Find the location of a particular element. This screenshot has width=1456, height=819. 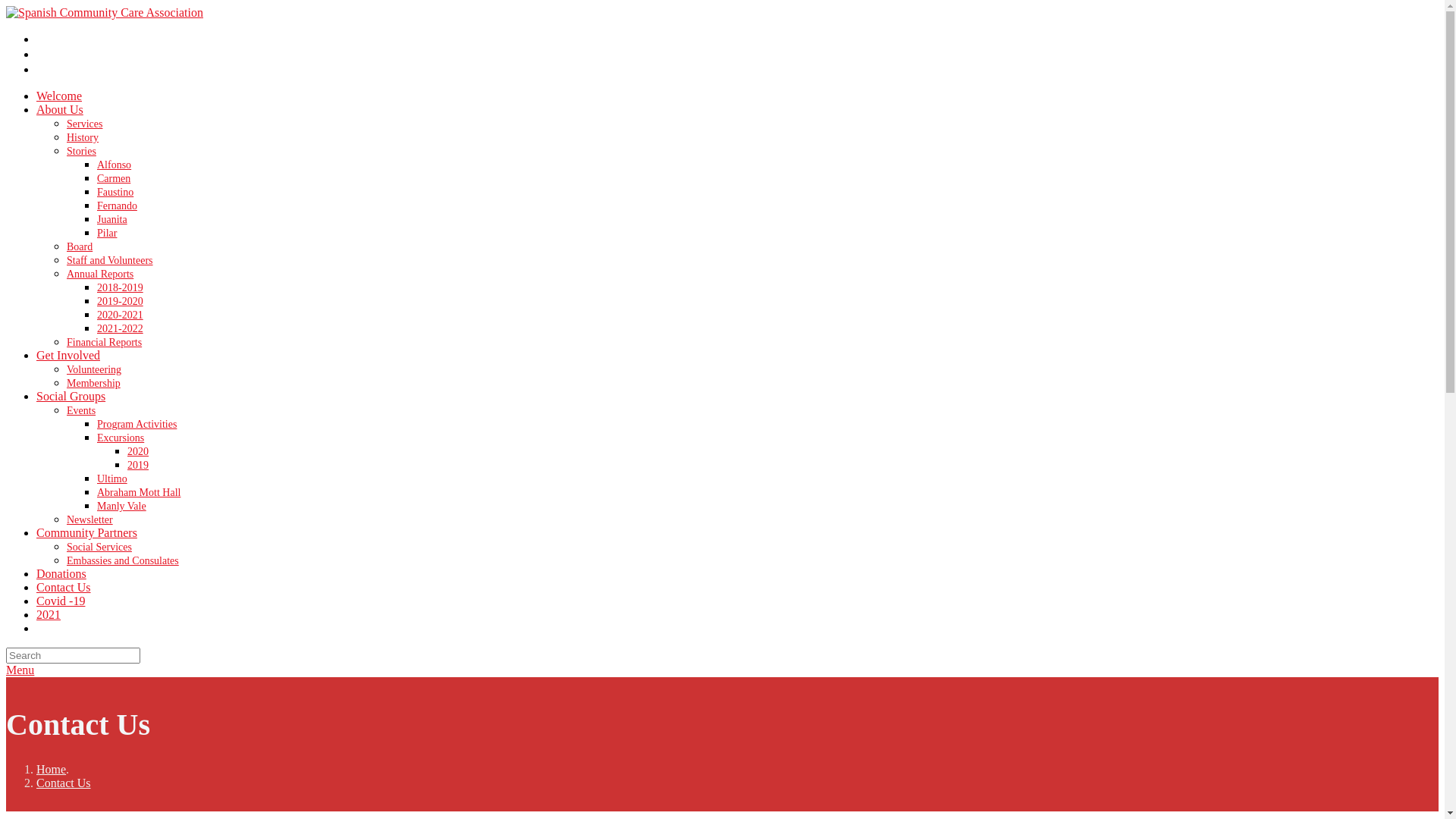

'Menu' is located at coordinates (20, 669).